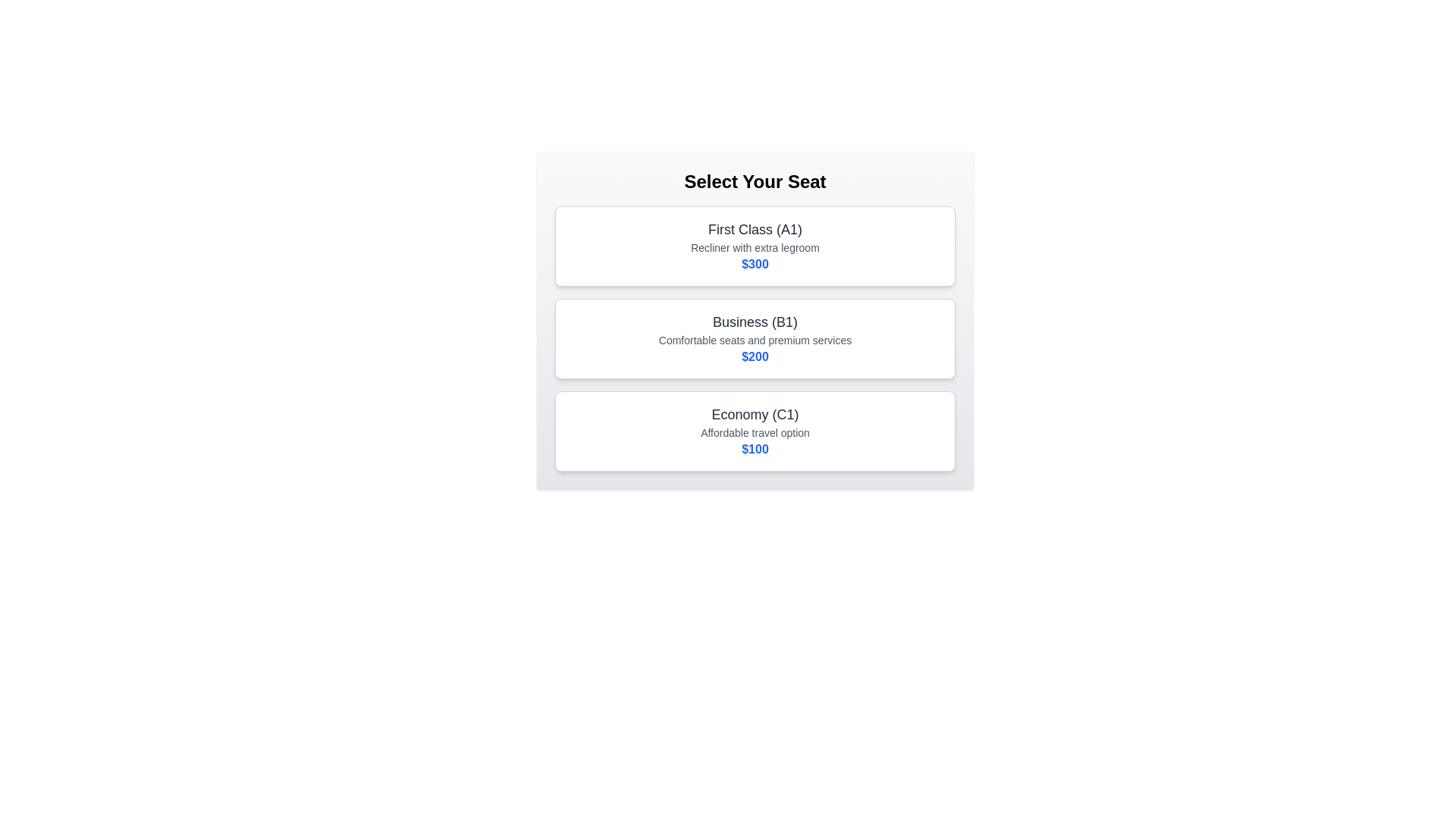  I want to click on the Button-like card at the top of the vertical stack, so click(755, 245).